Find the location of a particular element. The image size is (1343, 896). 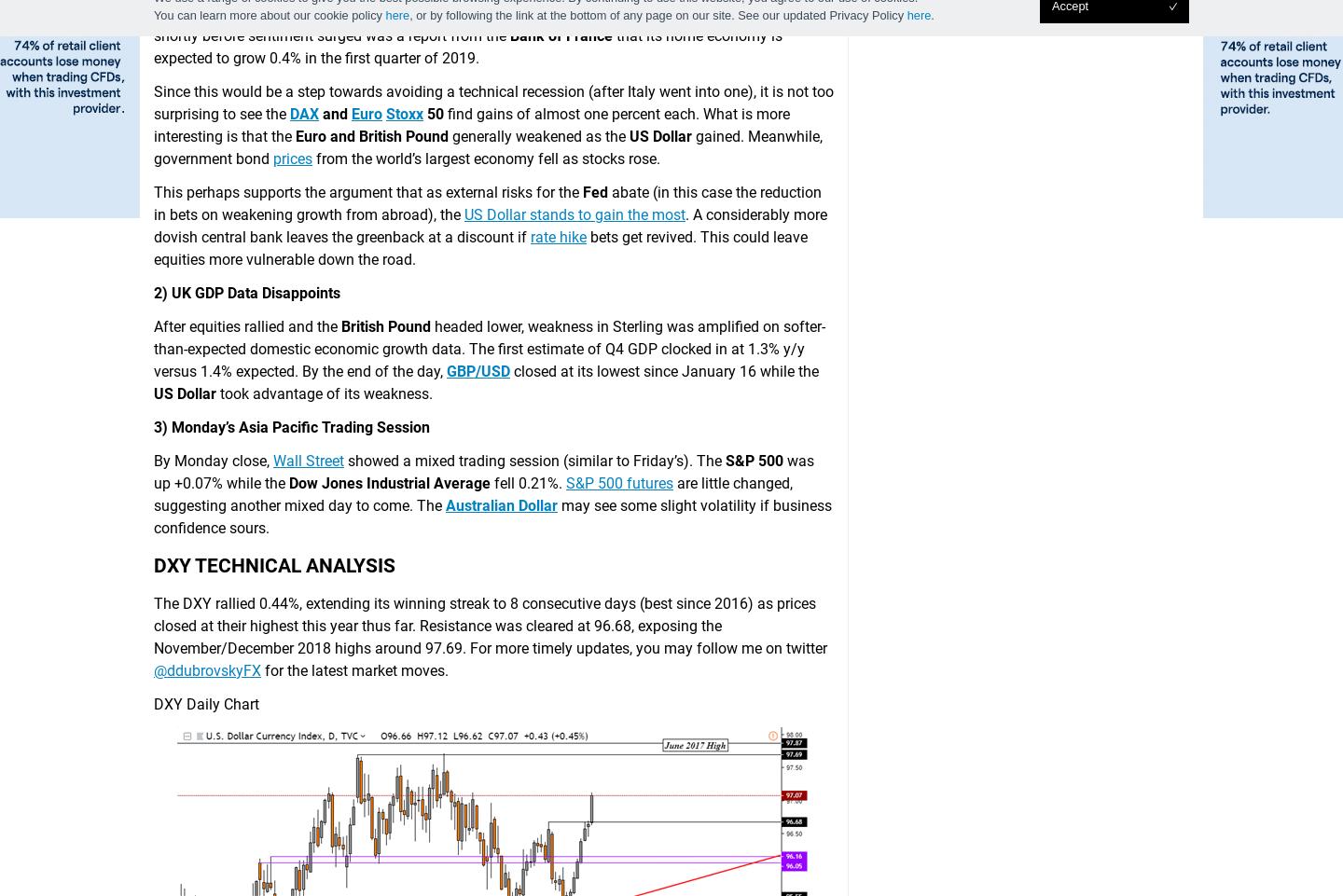

'prices' is located at coordinates (293, 158).